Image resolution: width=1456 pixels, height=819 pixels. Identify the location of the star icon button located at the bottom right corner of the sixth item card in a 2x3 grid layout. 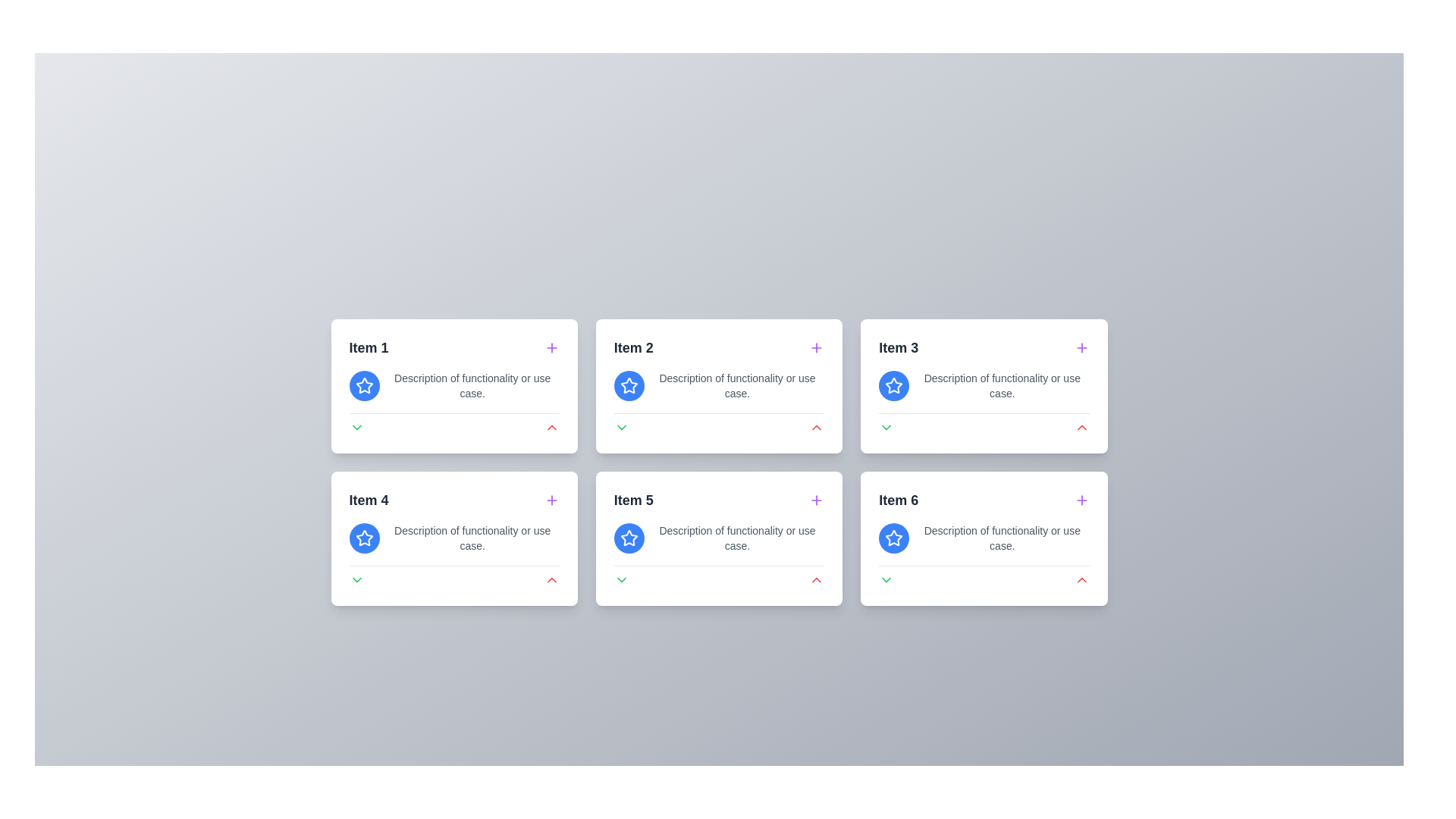
(894, 537).